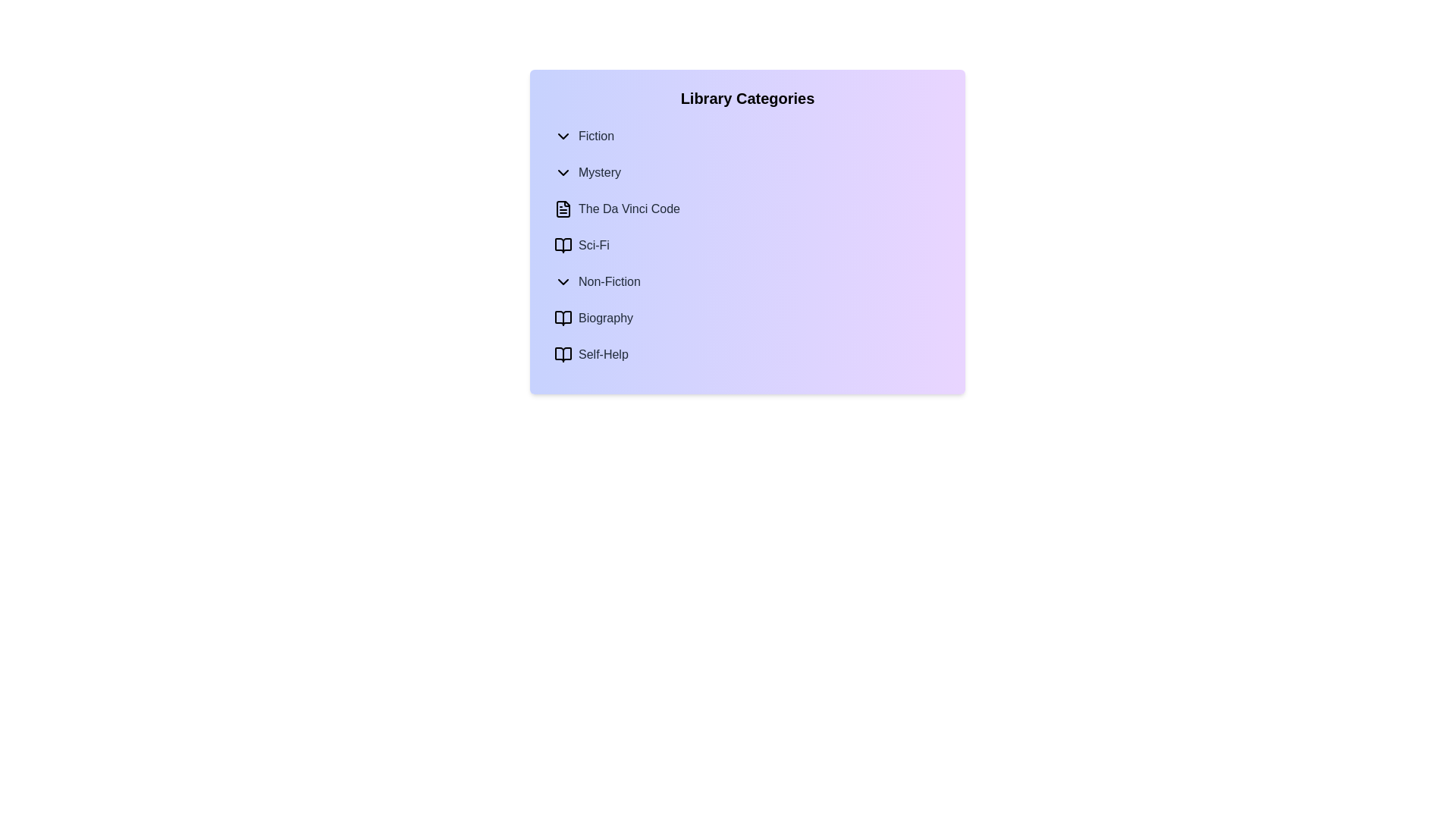  Describe the element at coordinates (629, 209) in the screenshot. I see `the text label for 'The Da Vinci Code' located in the expanded 'Mystery' section of the 'Library Categories' widget` at that location.